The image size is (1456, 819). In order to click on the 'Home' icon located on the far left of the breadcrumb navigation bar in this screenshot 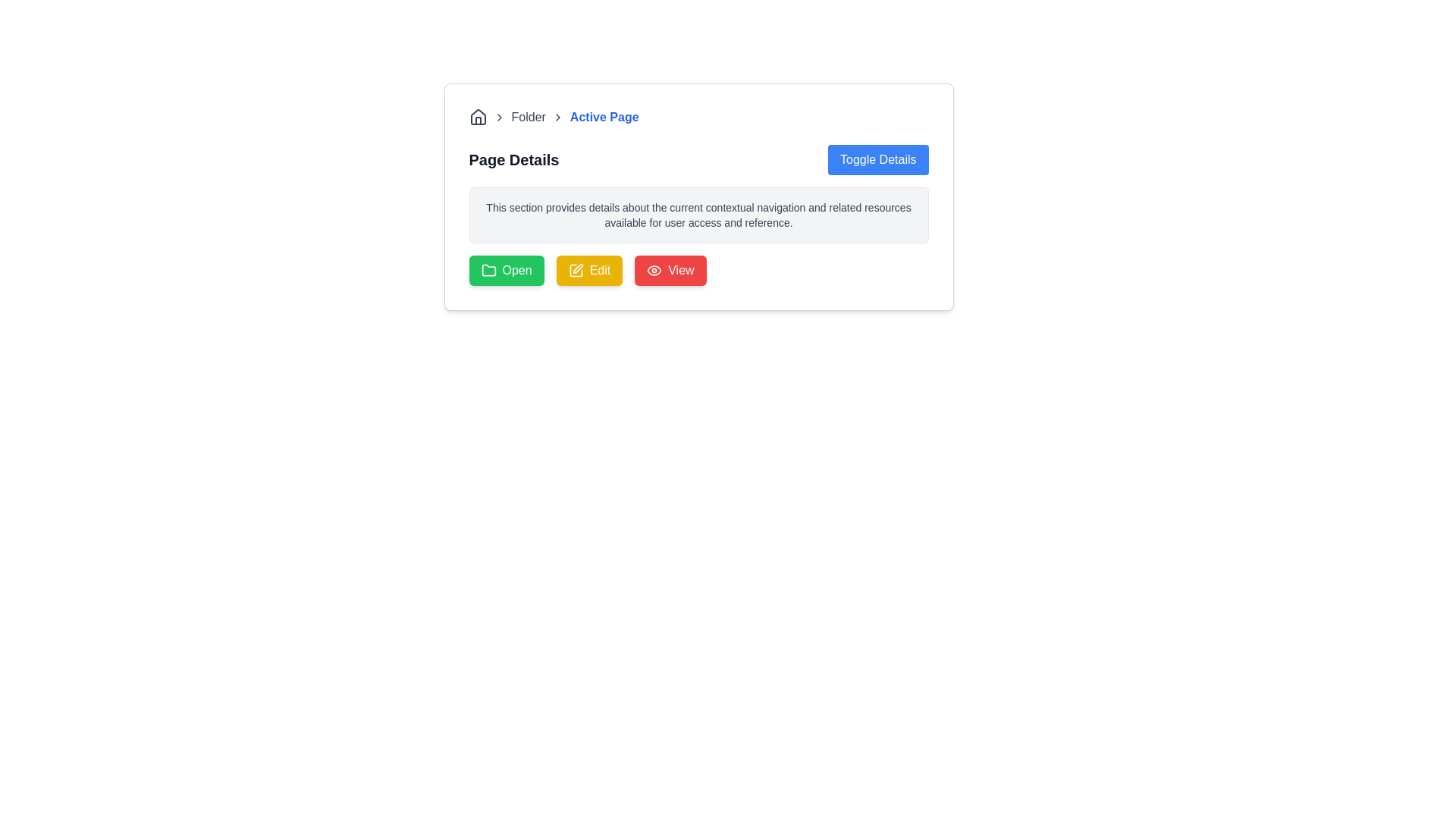, I will do `click(477, 116)`.